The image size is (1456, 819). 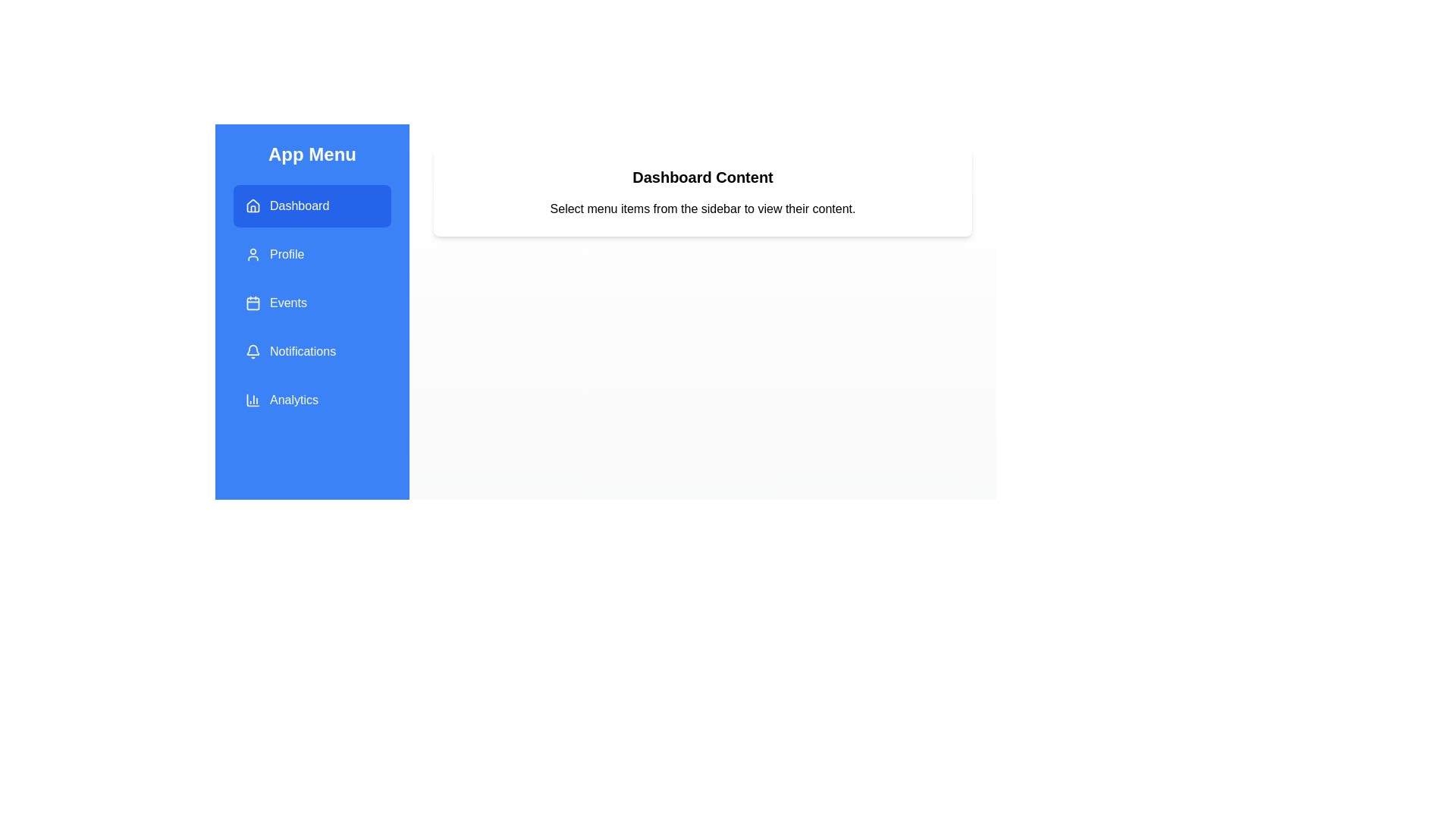 I want to click on the menu item Dashboard from the sidebar, so click(x=312, y=206).